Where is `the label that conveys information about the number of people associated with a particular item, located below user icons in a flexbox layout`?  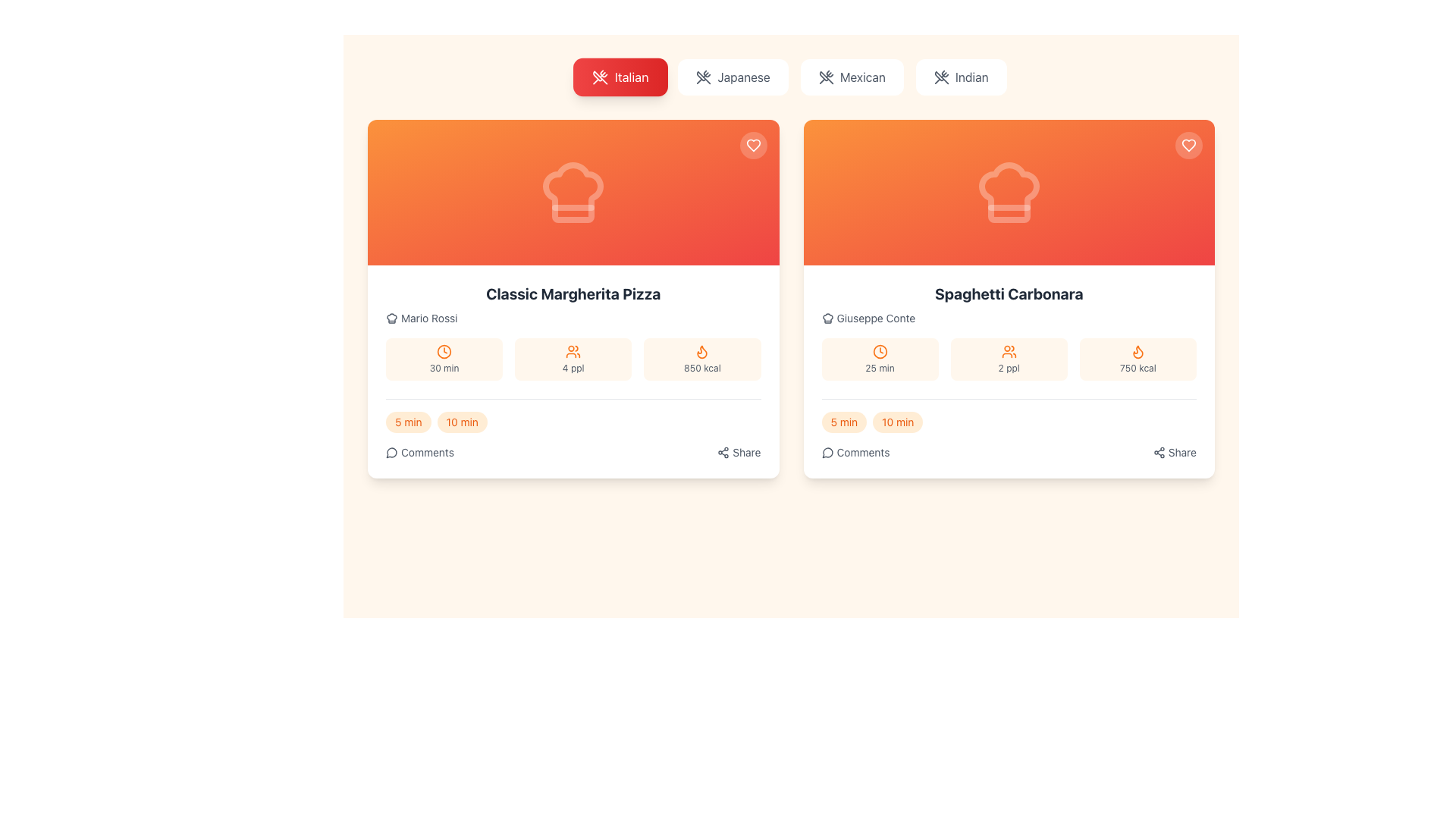 the label that conveys information about the number of people associated with a particular item, located below user icons in a flexbox layout is located at coordinates (1009, 369).